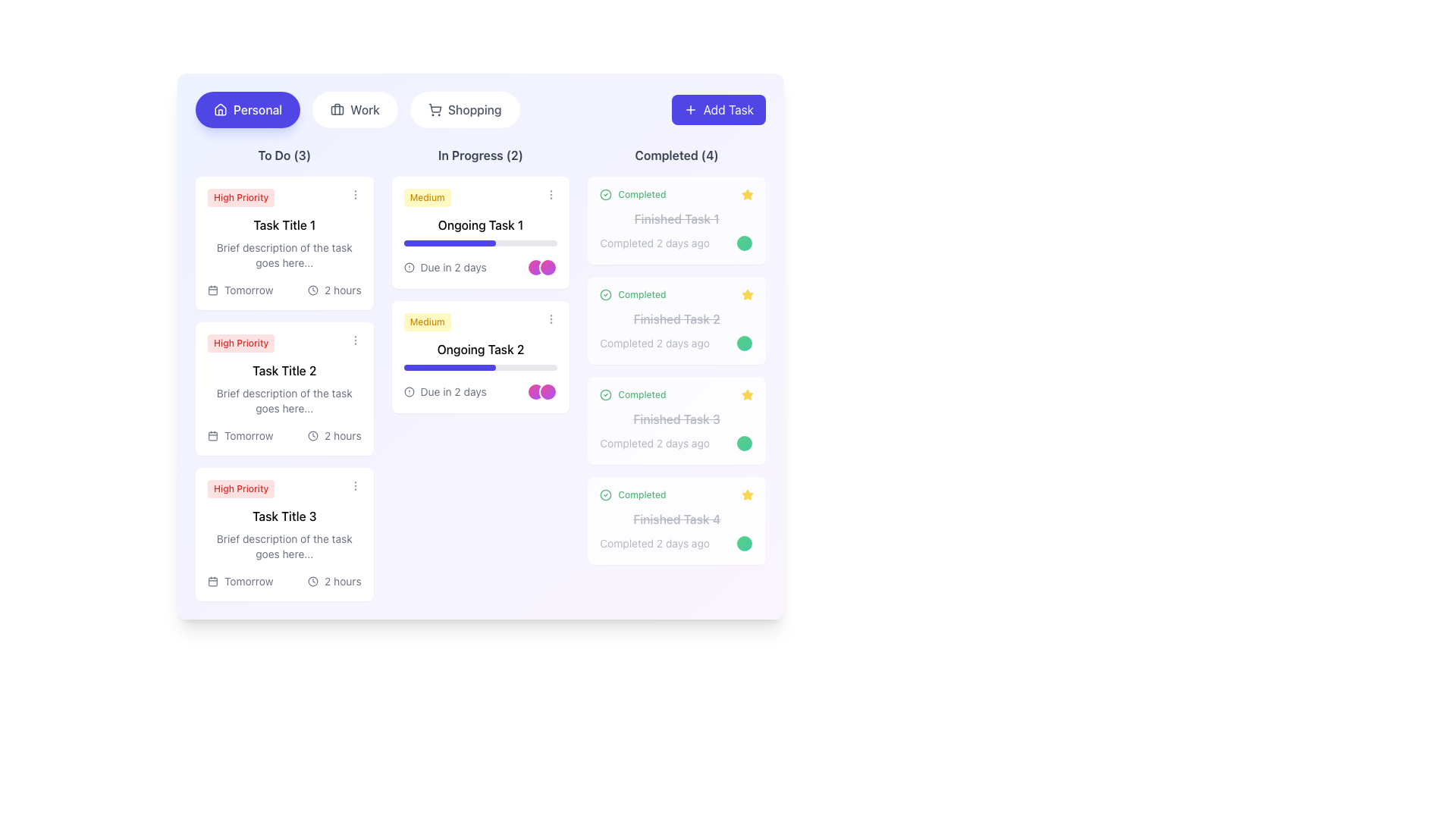 The width and height of the screenshot is (1456, 819). Describe the element at coordinates (745, 543) in the screenshot. I see `the circular status indicator with a gradient color scheme located at the bottom right of the task card labeled 'Finished Task 4' in the 'Completed (4)' section` at that location.